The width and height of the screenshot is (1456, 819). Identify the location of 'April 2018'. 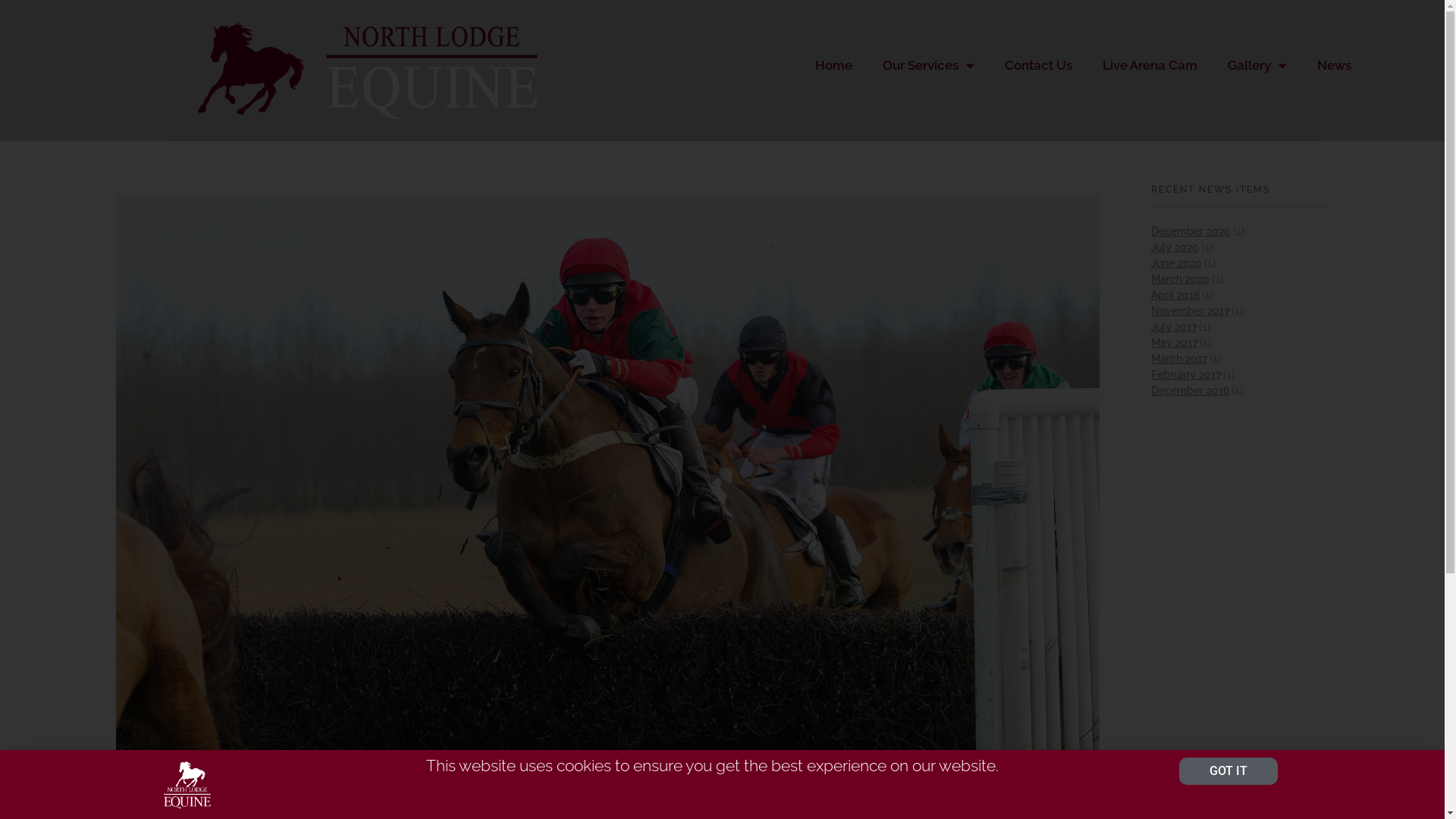
(1175, 295).